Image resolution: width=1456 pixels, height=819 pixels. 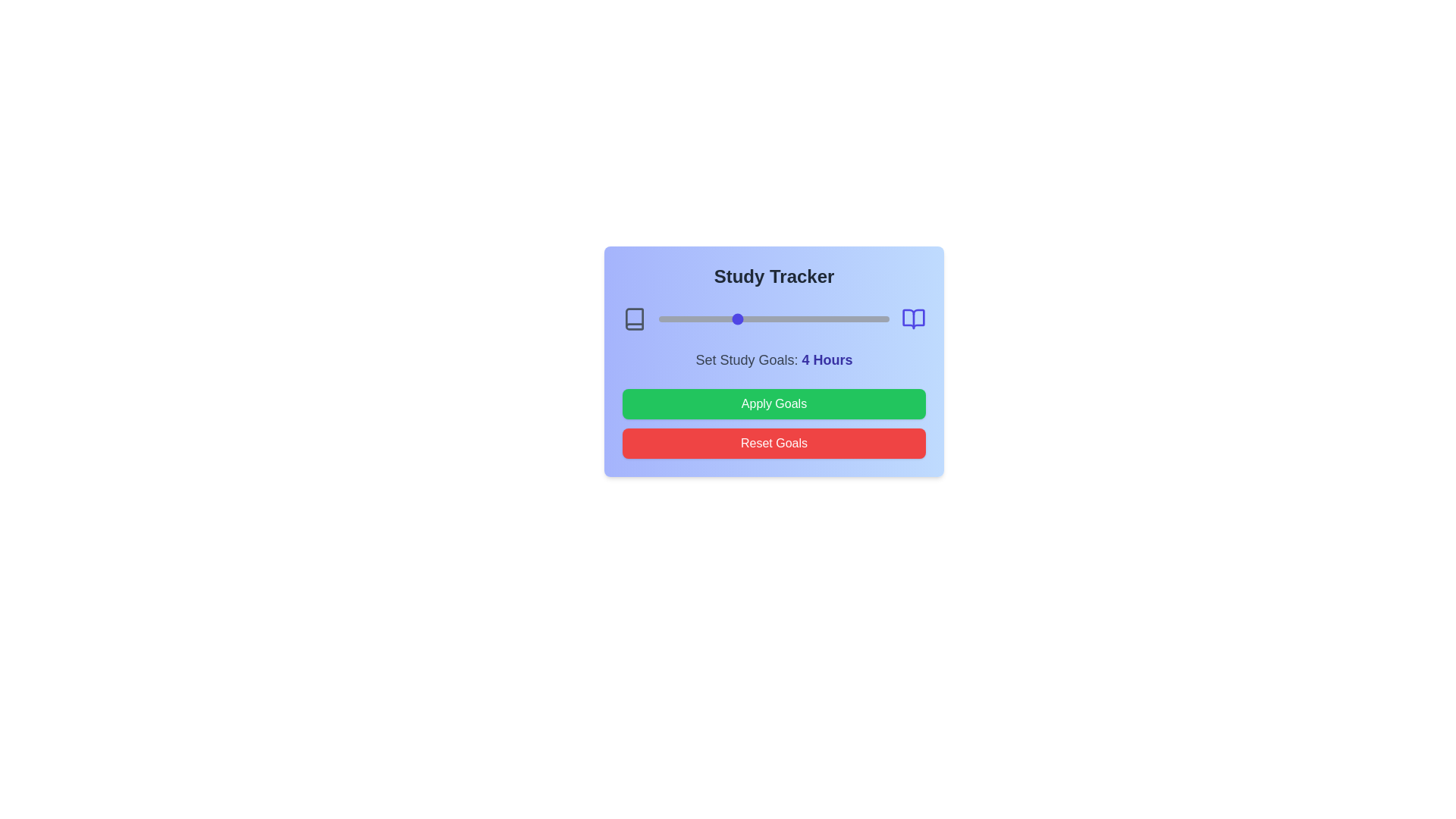 What do you see at coordinates (658, 318) in the screenshot?
I see `the study hours slider to 1 hours` at bounding box center [658, 318].